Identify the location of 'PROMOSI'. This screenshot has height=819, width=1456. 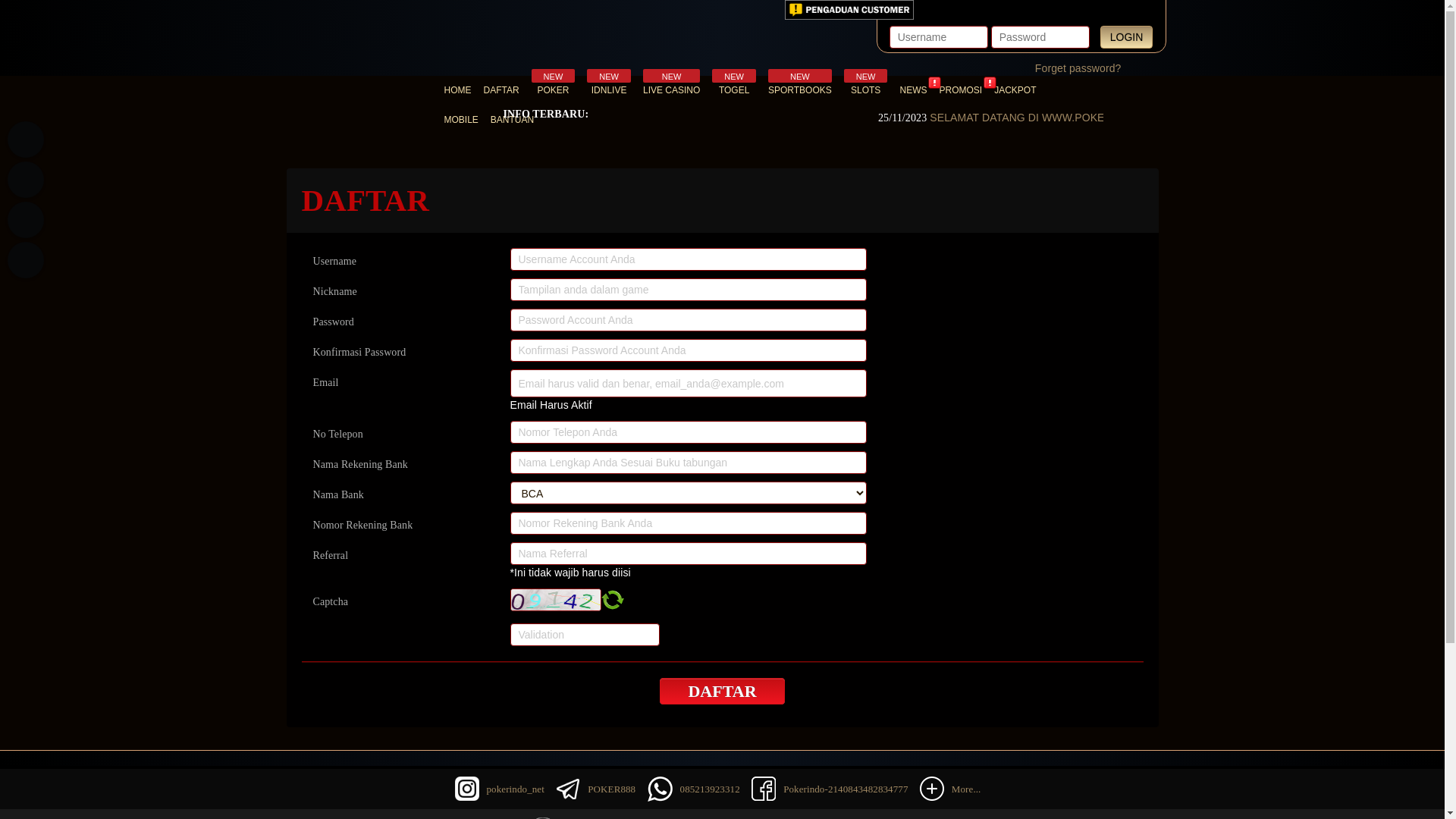
(959, 90).